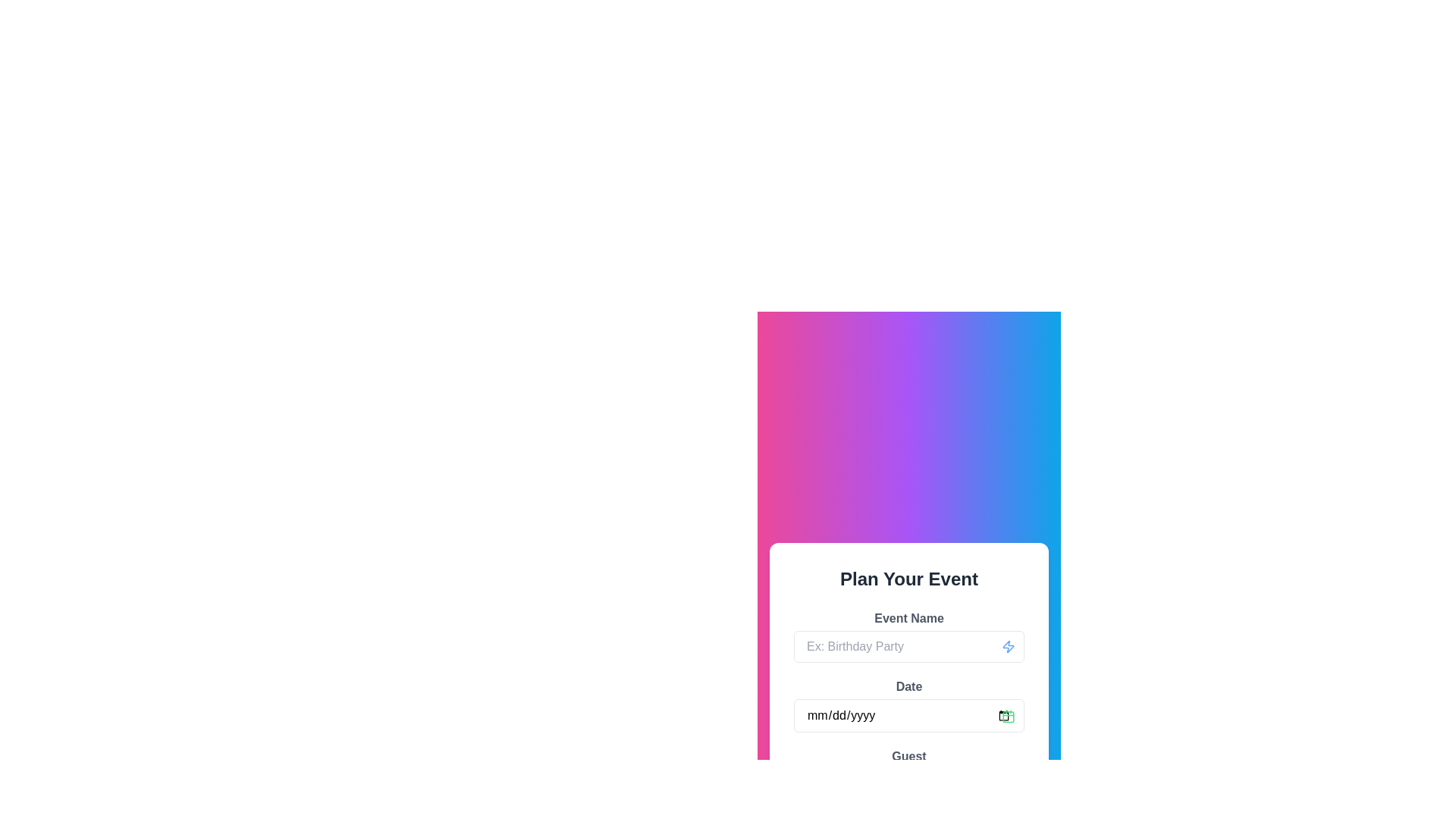 The height and width of the screenshot is (819, 1456). Describe the element at coordinates (1008, 717) in the screenshot. I see `the calendar icon located at the bottom-right corner of the date input field` at that location.